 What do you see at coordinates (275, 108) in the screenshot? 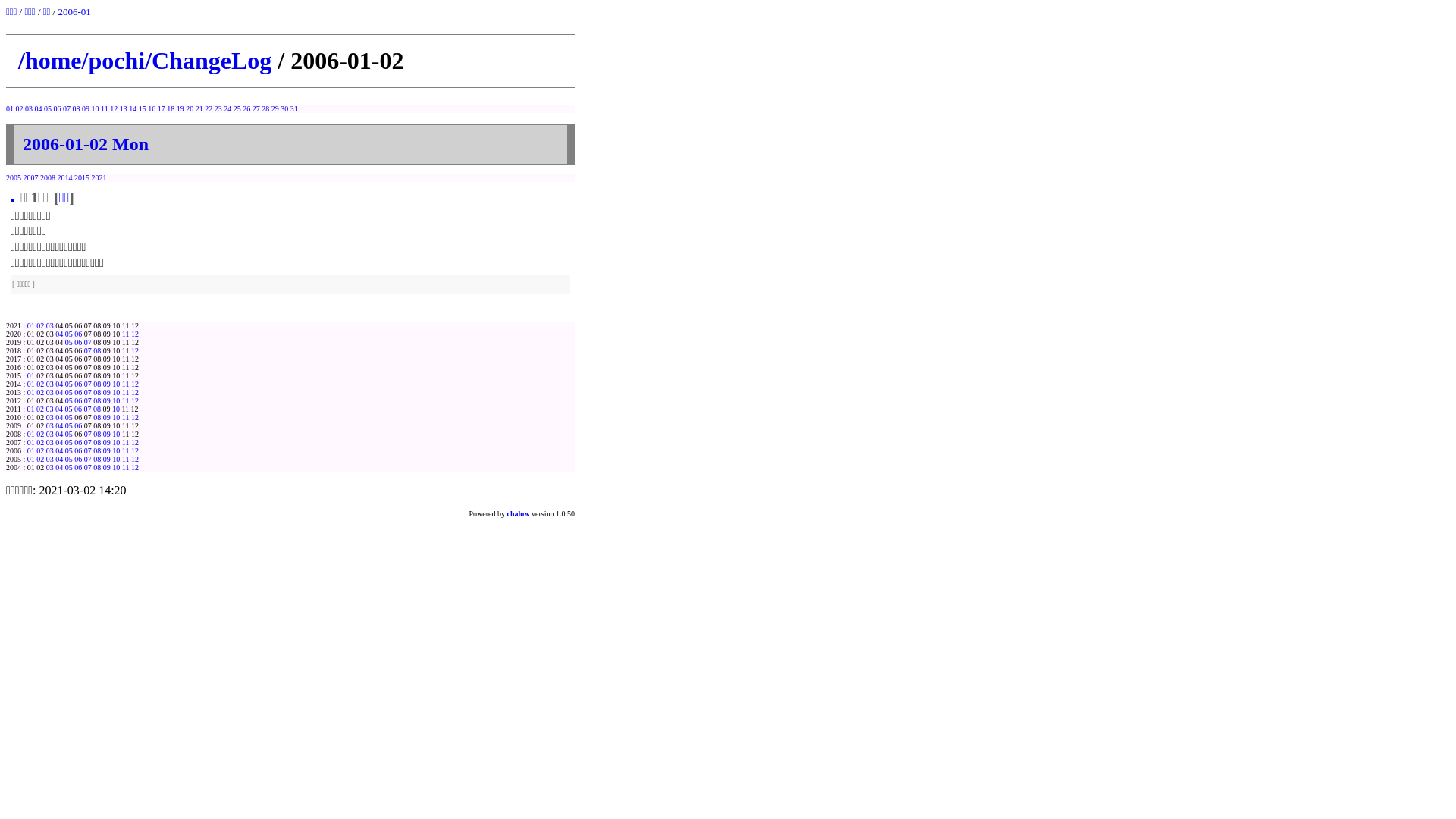
I see `'29'` at bounding box center [275, 108].